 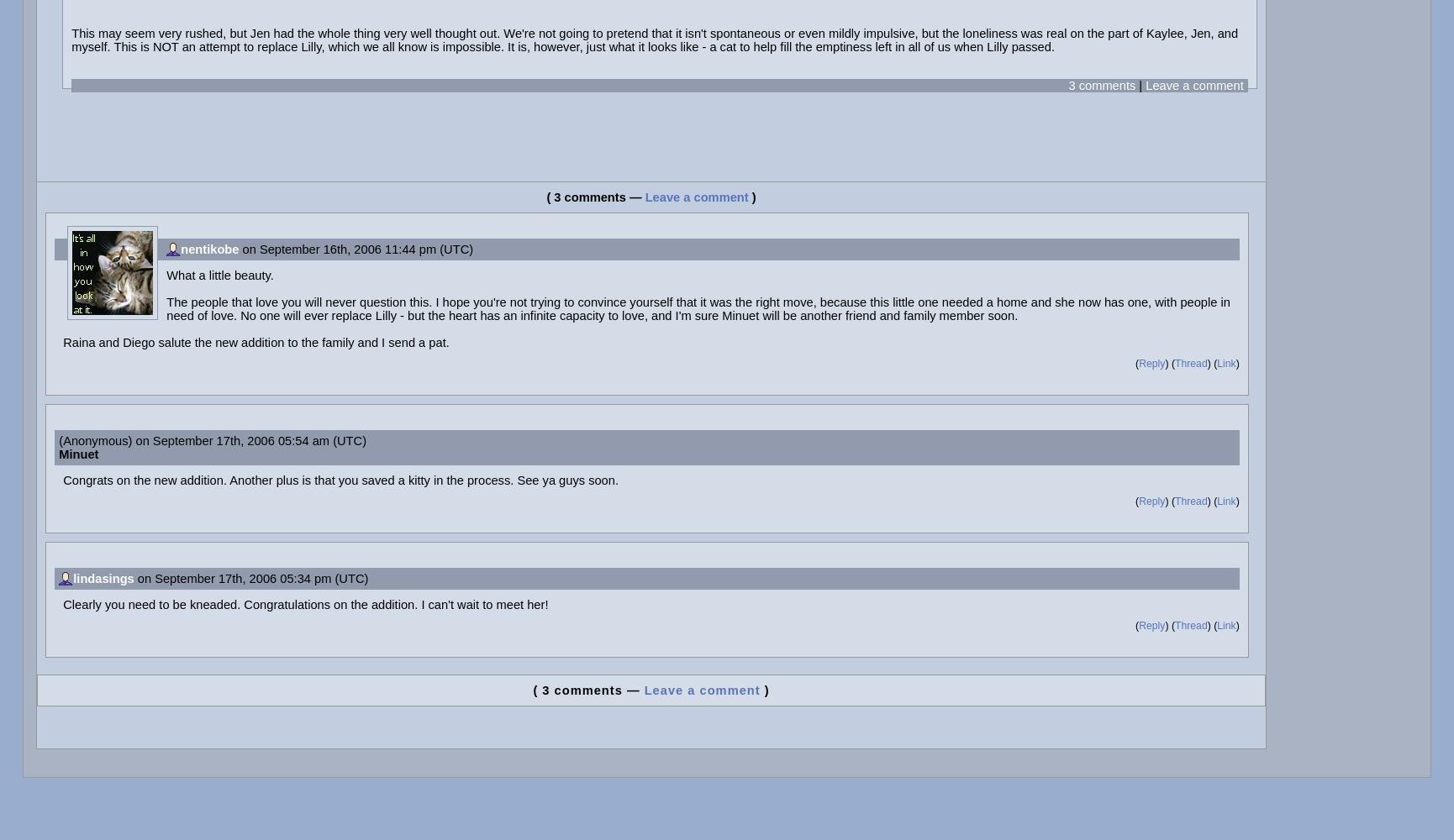 What do you see at coordinates (1100, 84) in the screenshot?
I see `'3 comments'` at bounding box center [1100, 84].